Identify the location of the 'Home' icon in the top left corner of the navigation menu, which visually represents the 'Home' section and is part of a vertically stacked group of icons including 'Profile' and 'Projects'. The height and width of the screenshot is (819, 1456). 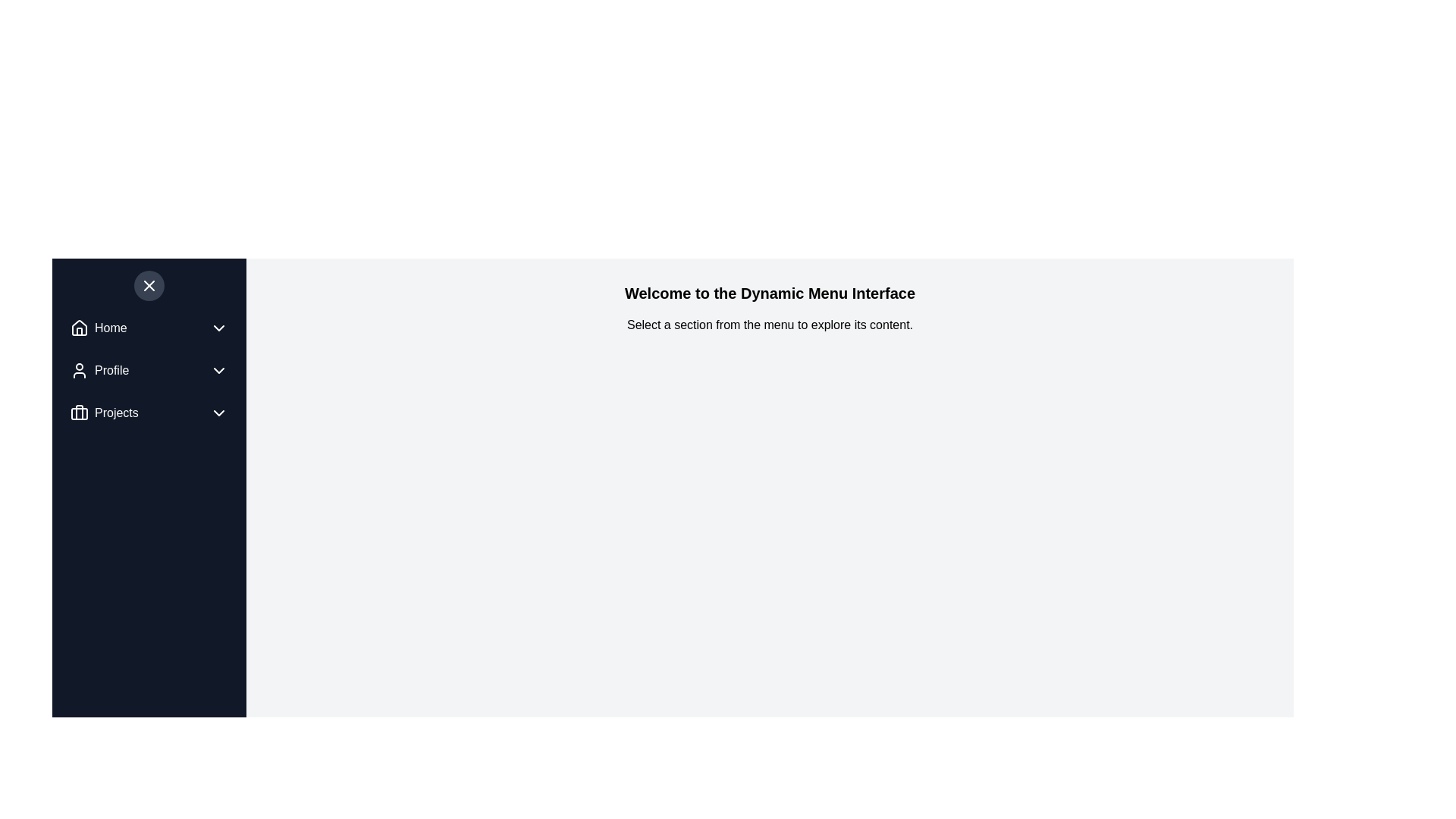
(79, 327).